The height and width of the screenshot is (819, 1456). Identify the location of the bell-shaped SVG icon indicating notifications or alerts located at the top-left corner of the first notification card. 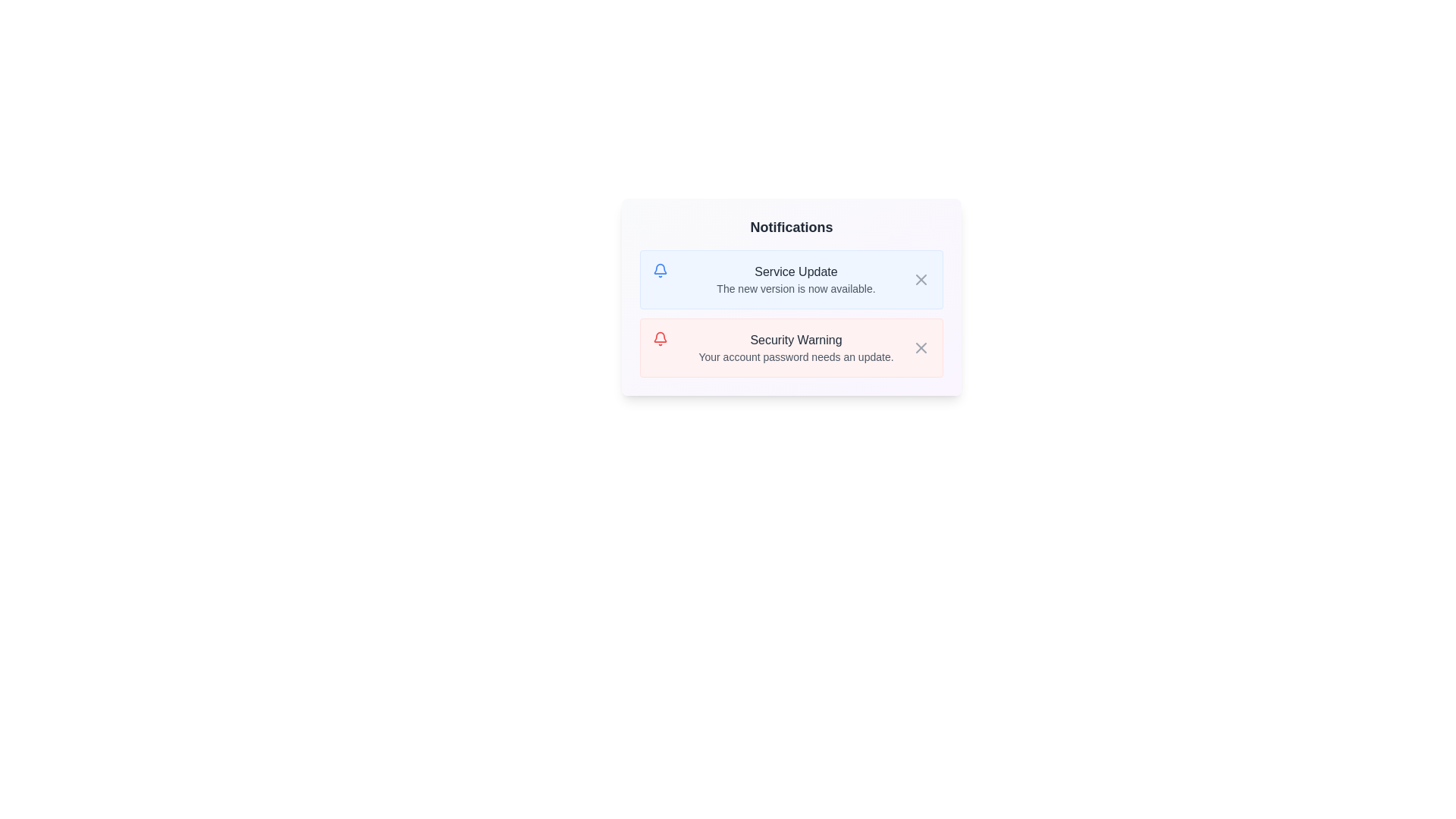
(660, 268).